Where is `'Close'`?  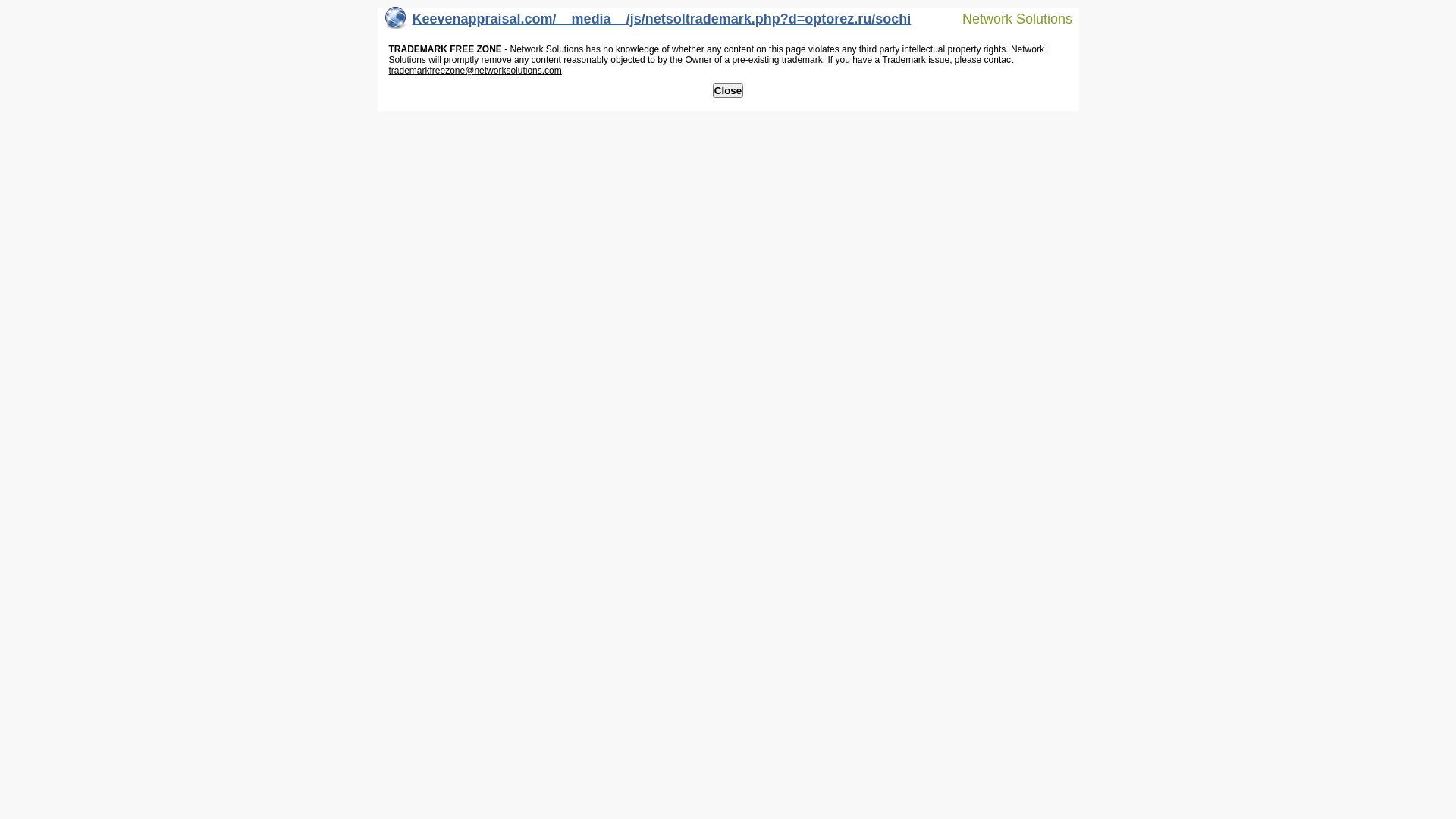 'Close' is located at coordinates (712, 90).